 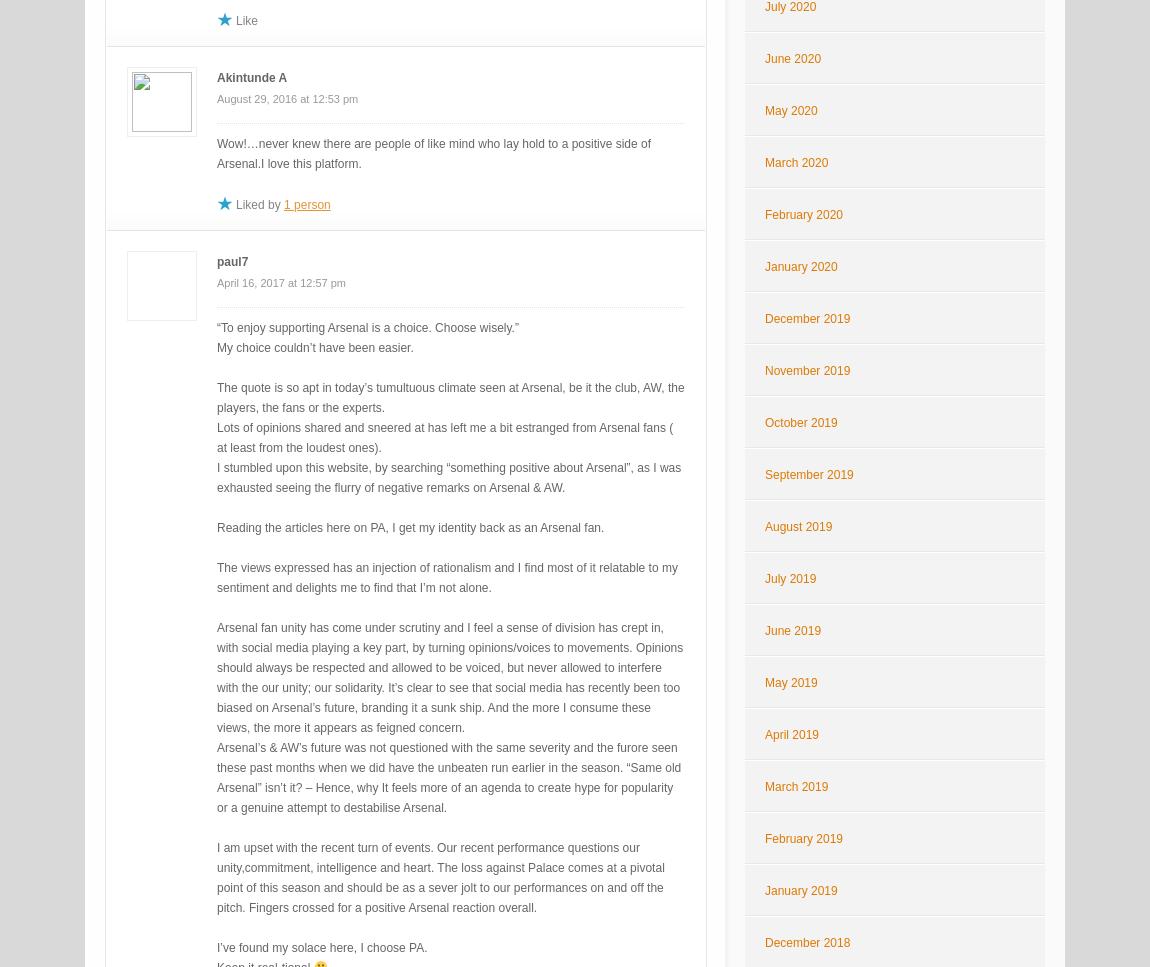 What do you see at coordinates (797, 527) in the screenshot?
I see `'August 2019'` at bounding box center [797, 527].